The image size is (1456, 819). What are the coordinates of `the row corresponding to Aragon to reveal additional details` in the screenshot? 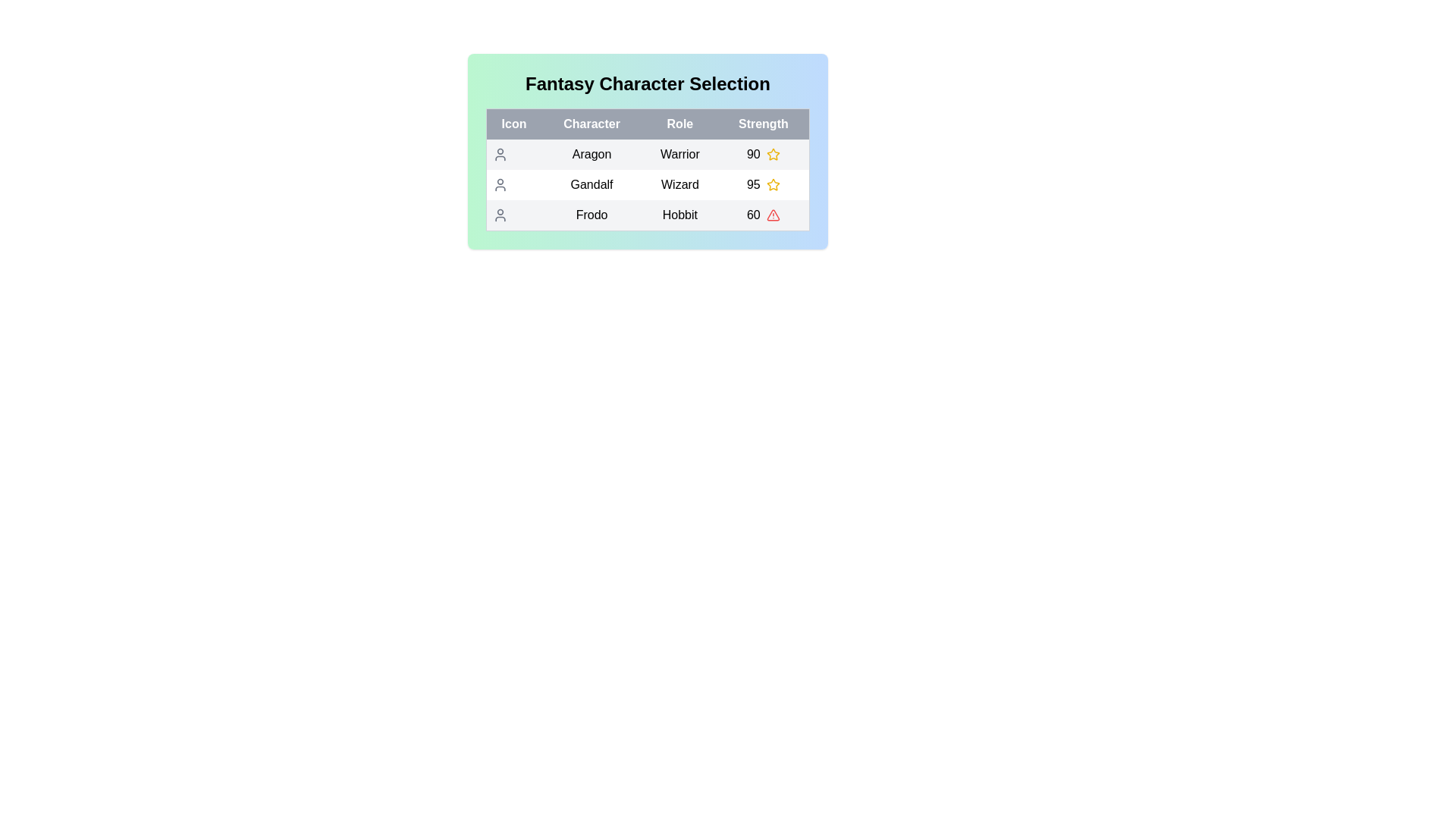 It's located at (648, 155).